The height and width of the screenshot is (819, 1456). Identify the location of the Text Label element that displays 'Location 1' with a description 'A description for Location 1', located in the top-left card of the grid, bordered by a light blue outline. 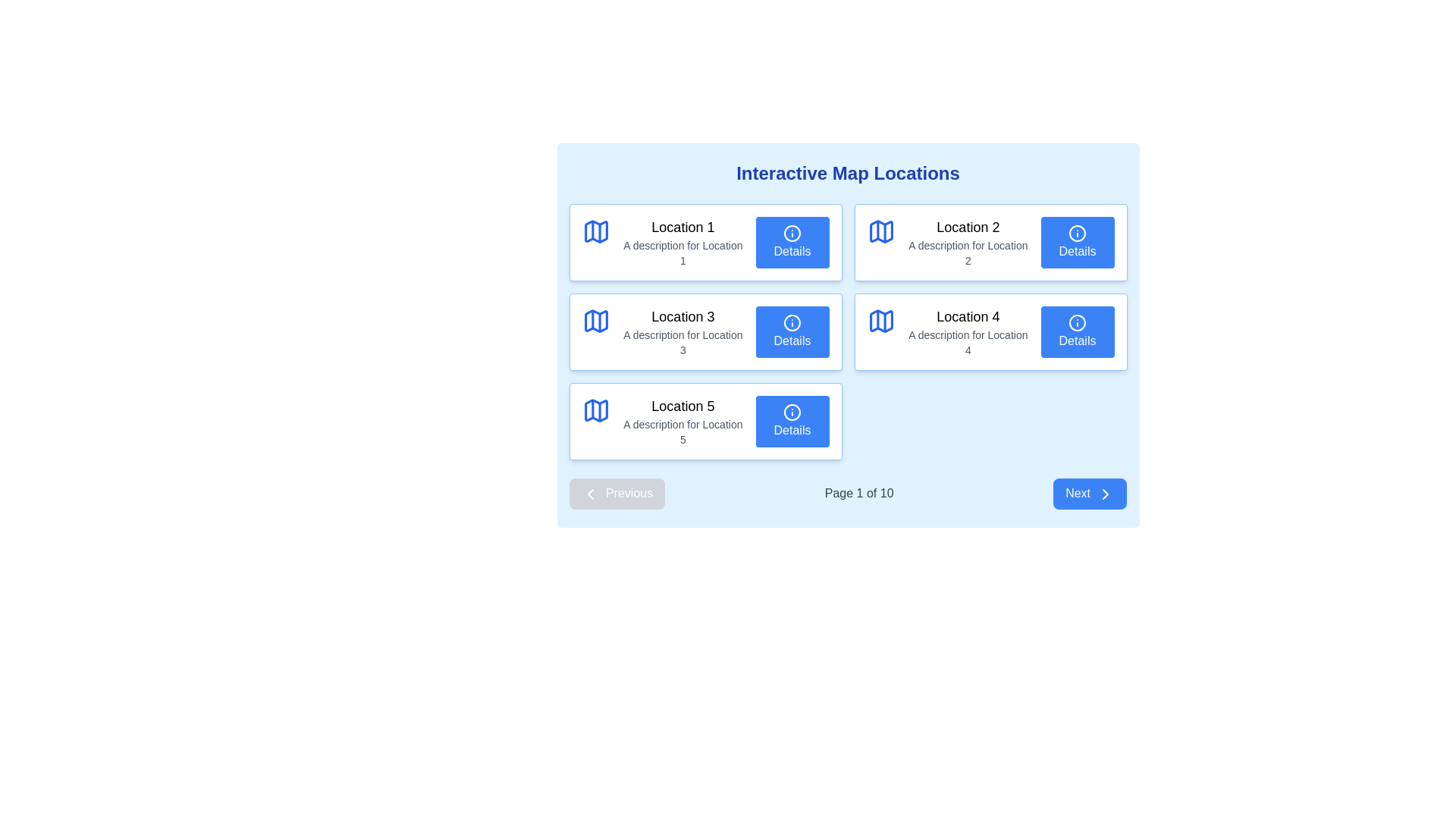
(682, 242).